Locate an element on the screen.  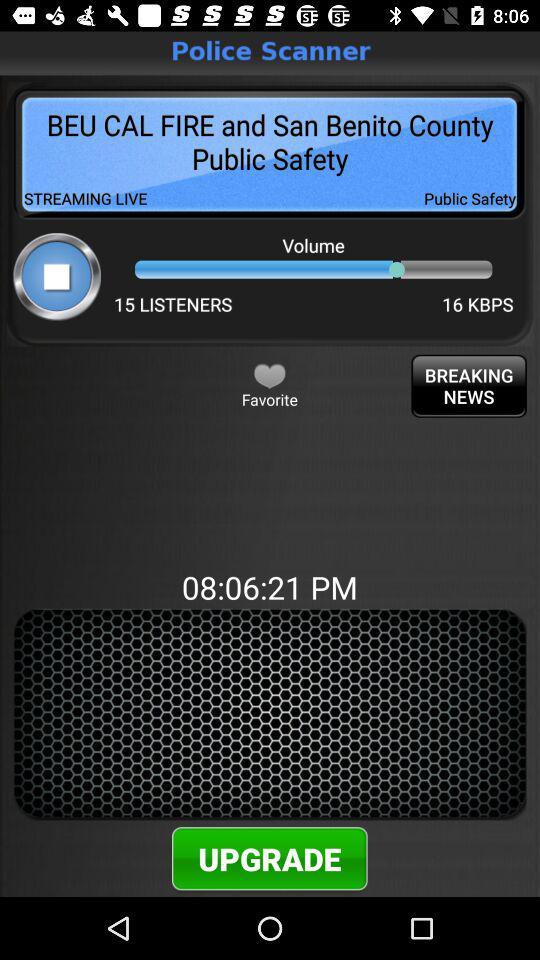
stop feed is located at coordinates (57, 275).